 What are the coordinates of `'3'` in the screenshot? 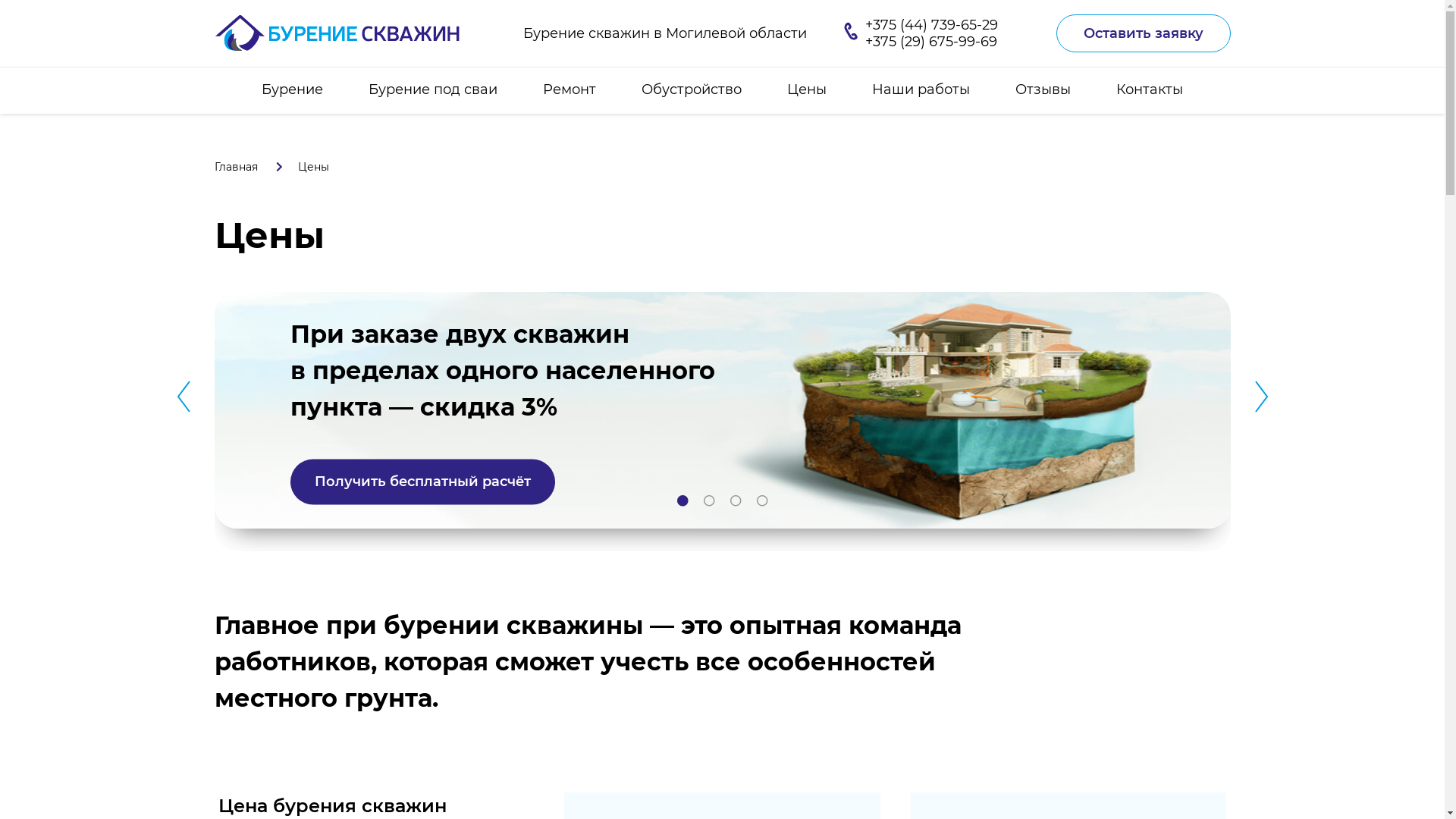 It's located at (735, 500).